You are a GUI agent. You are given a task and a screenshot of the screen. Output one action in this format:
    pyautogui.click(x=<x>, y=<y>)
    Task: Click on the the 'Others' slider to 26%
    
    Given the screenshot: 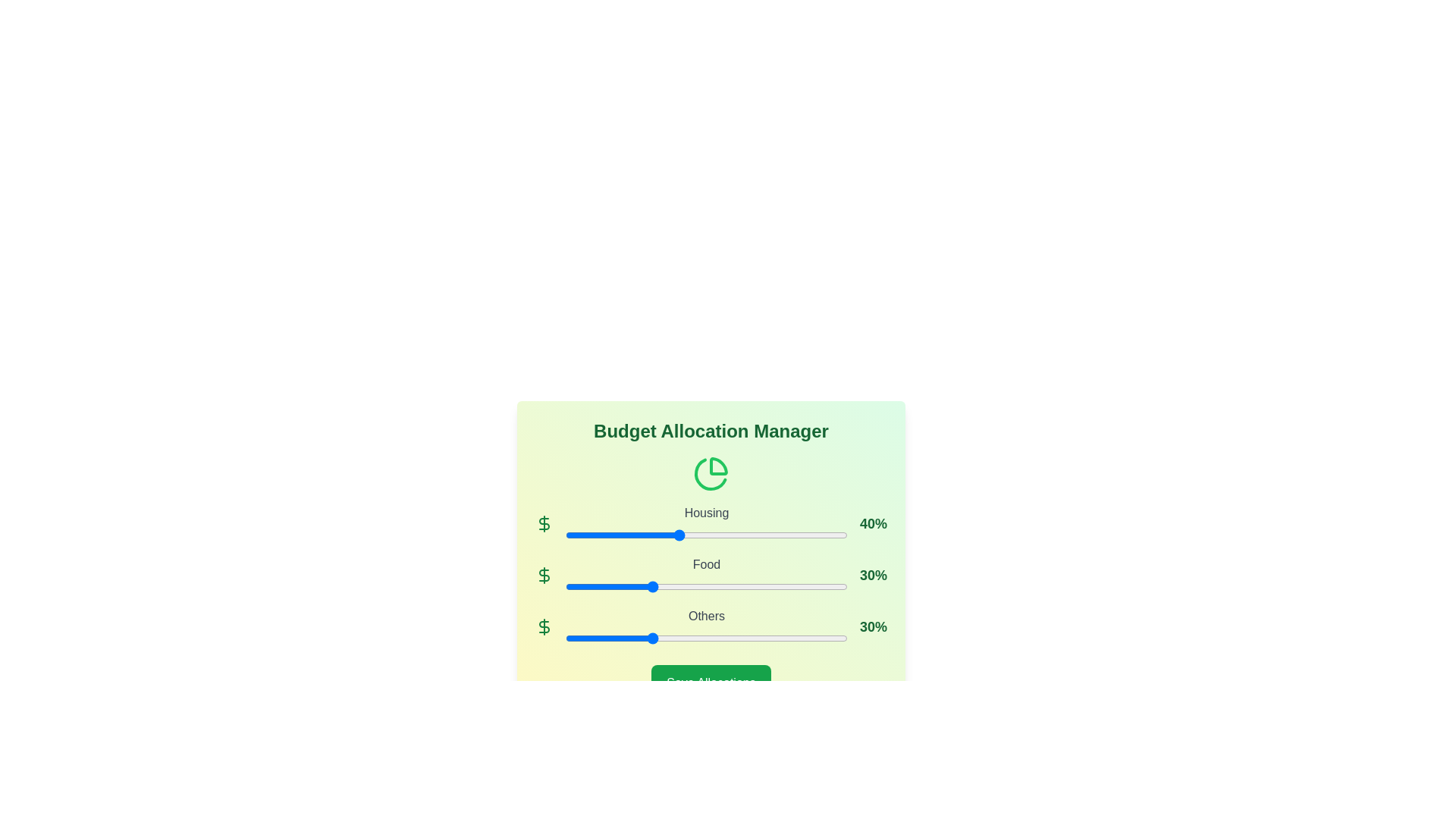 What is the action you would take?
    pyautogui.click(x=639, y=638)
    